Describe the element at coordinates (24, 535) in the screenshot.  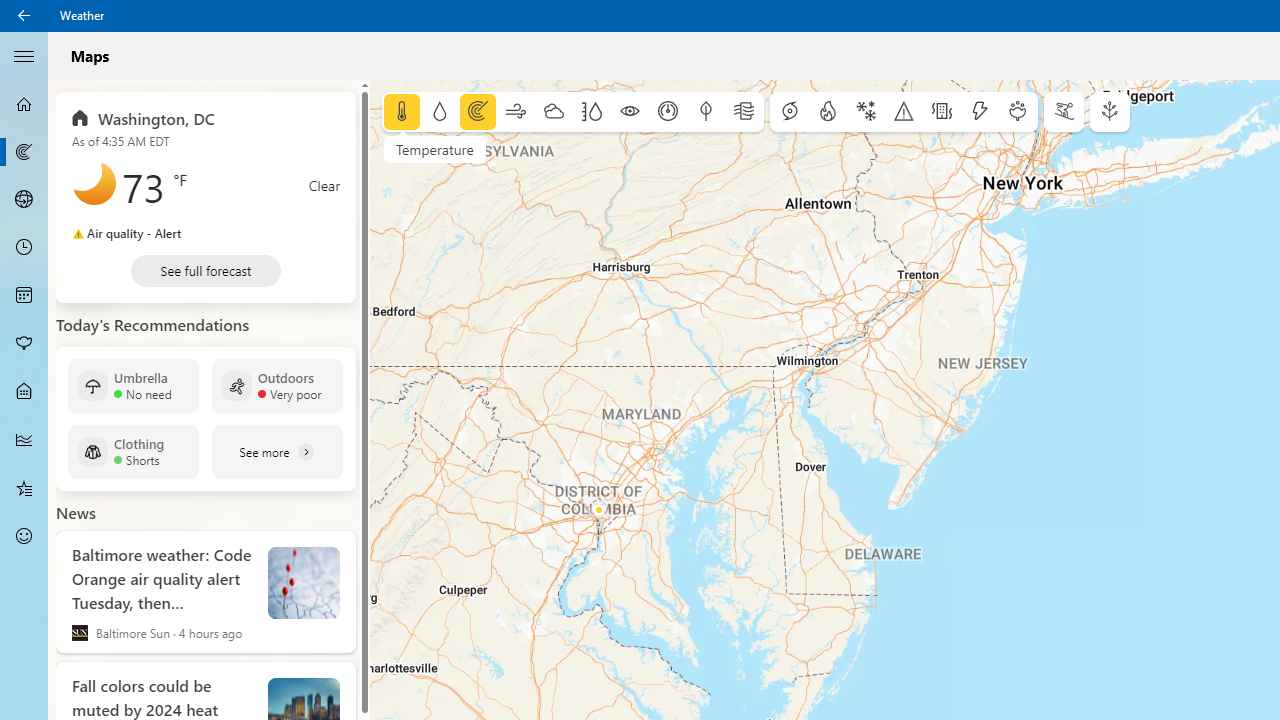
I see `'Send Feedback - Not Selected'` at that location.